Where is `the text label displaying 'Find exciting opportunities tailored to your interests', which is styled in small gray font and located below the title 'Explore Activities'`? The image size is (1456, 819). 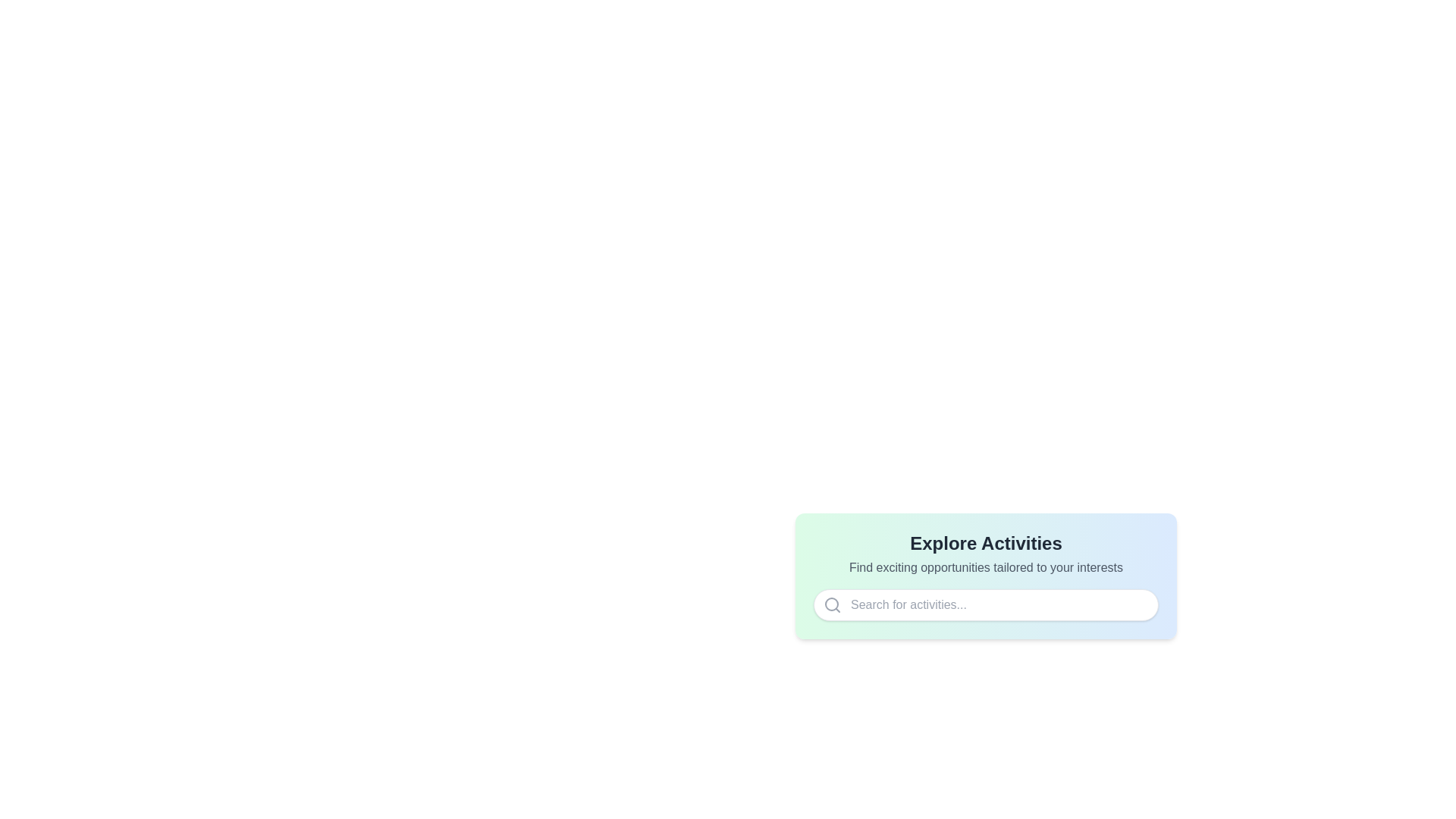 the text label displaying 'Find exciting opportunities tailored to your interests', which is styled in small gray font and located below the title 'Explore Activities' is located at coordinates (986, 567).